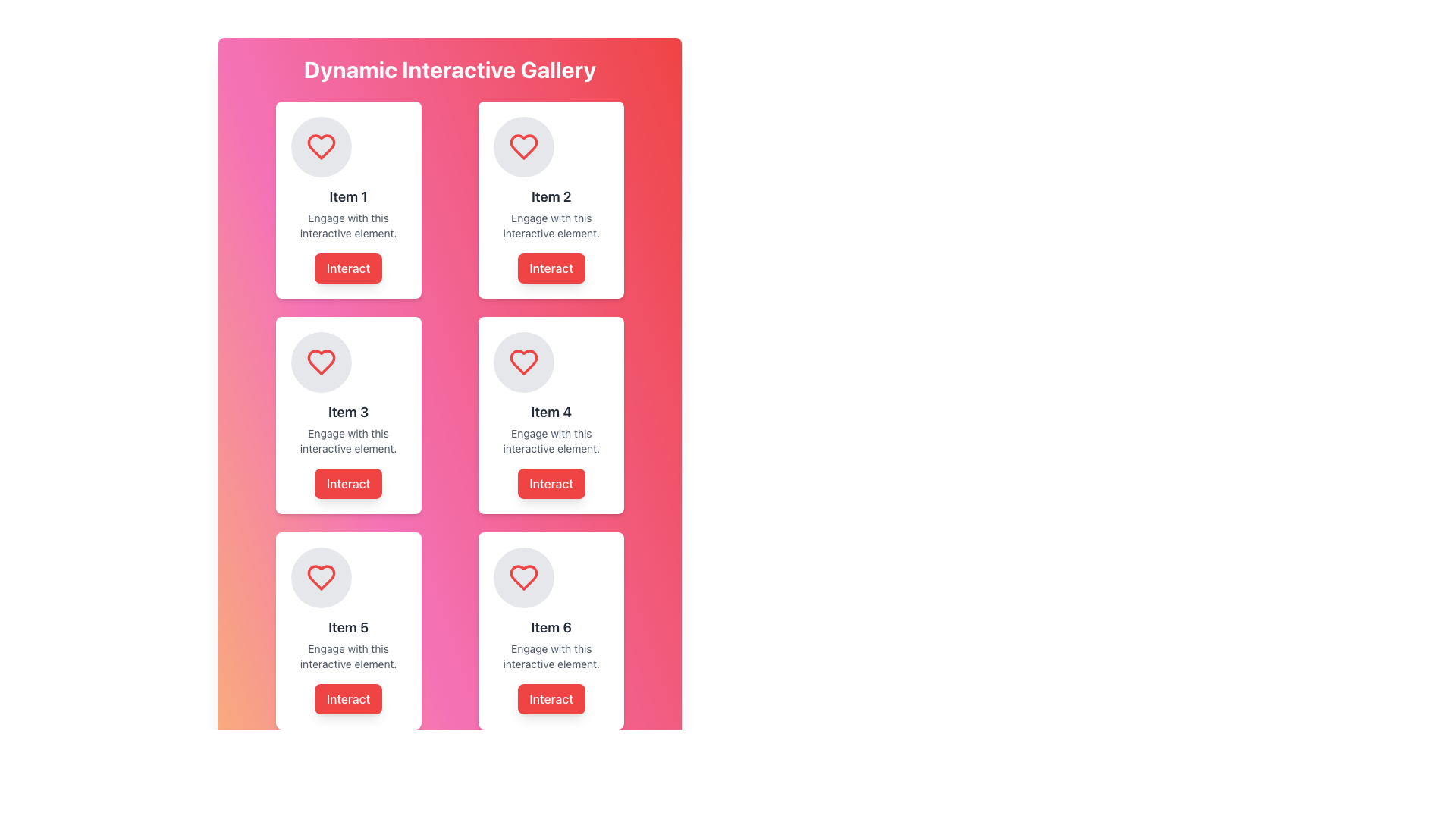 Image resolution: width=1456 pixels, height=819 pixels. I want to click on the 'Item 6' label located in the bottom-right card of the six-card grid layout, which serves as a title for the card, so click(551, 628).